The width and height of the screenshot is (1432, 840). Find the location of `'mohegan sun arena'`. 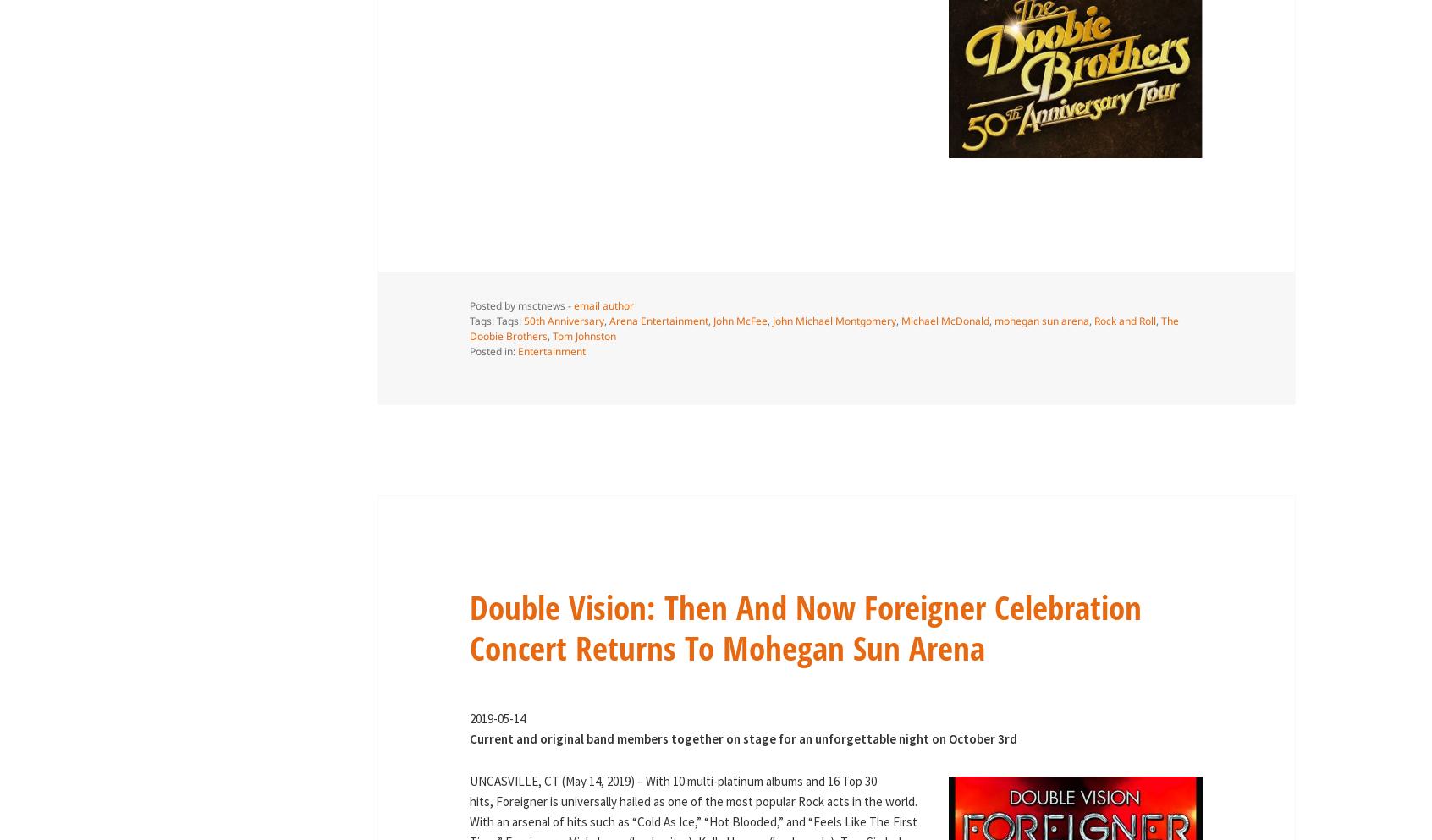

'mohegan sun arena' is located at coordinates (1041, 321).